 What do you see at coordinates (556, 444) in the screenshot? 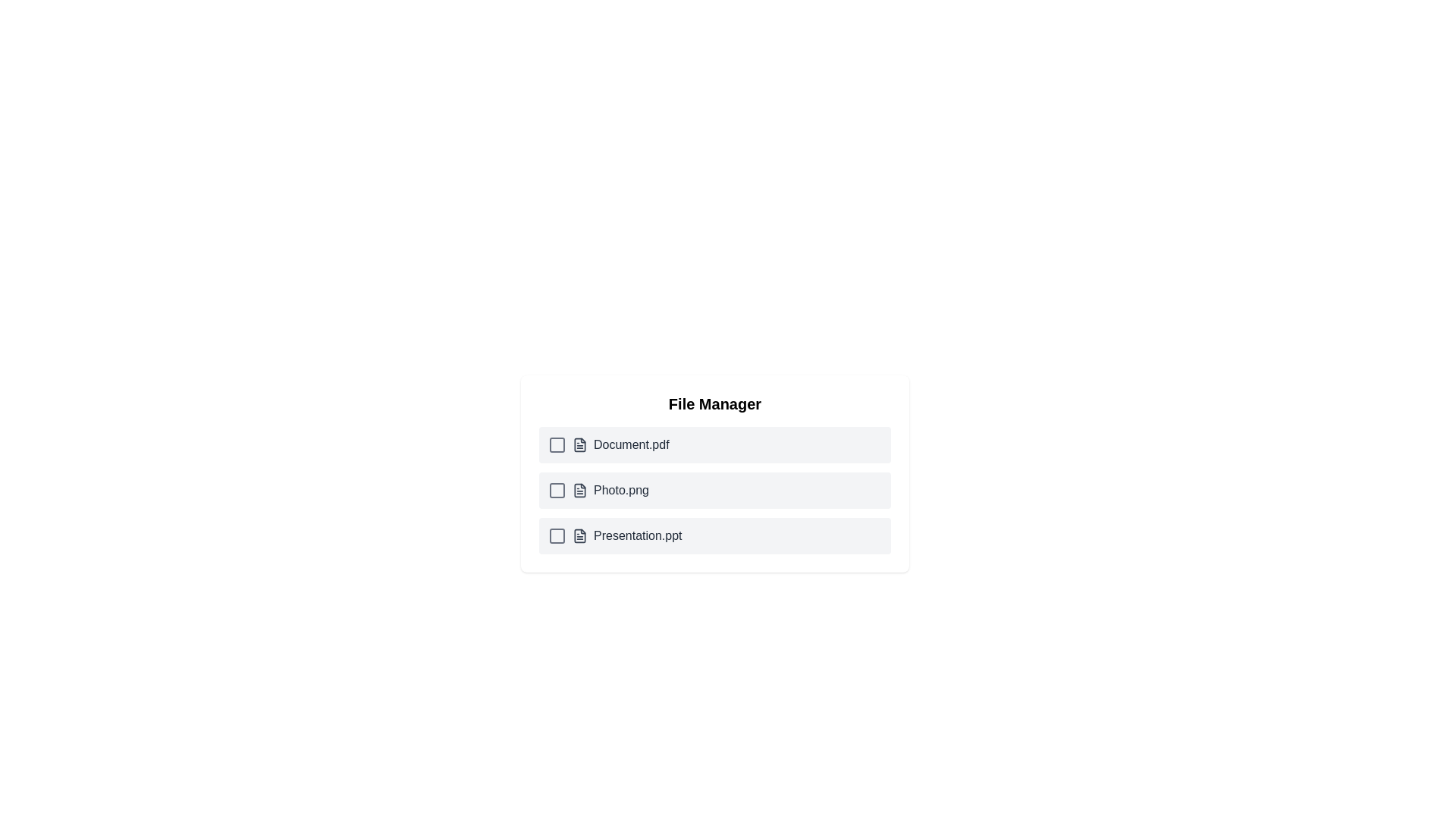
I see `the selection indicator icon associated with 'Document.pdf', which is the first icon in the list in the file manager interface` at bounding box center [556, 444].